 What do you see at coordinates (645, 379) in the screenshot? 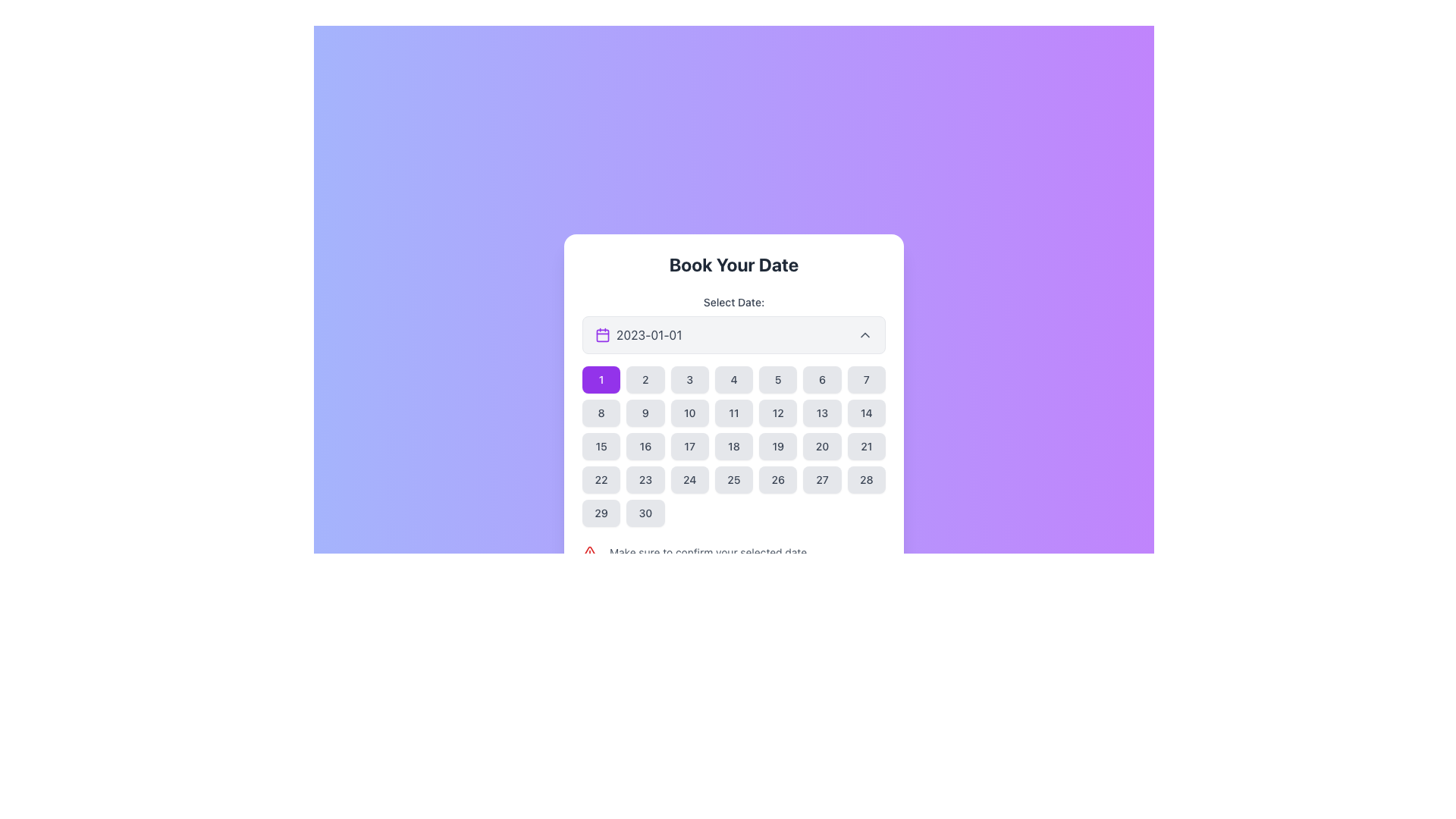
I see `the rounded rectangle button labeled '2'` at bounding box center [645, 379].